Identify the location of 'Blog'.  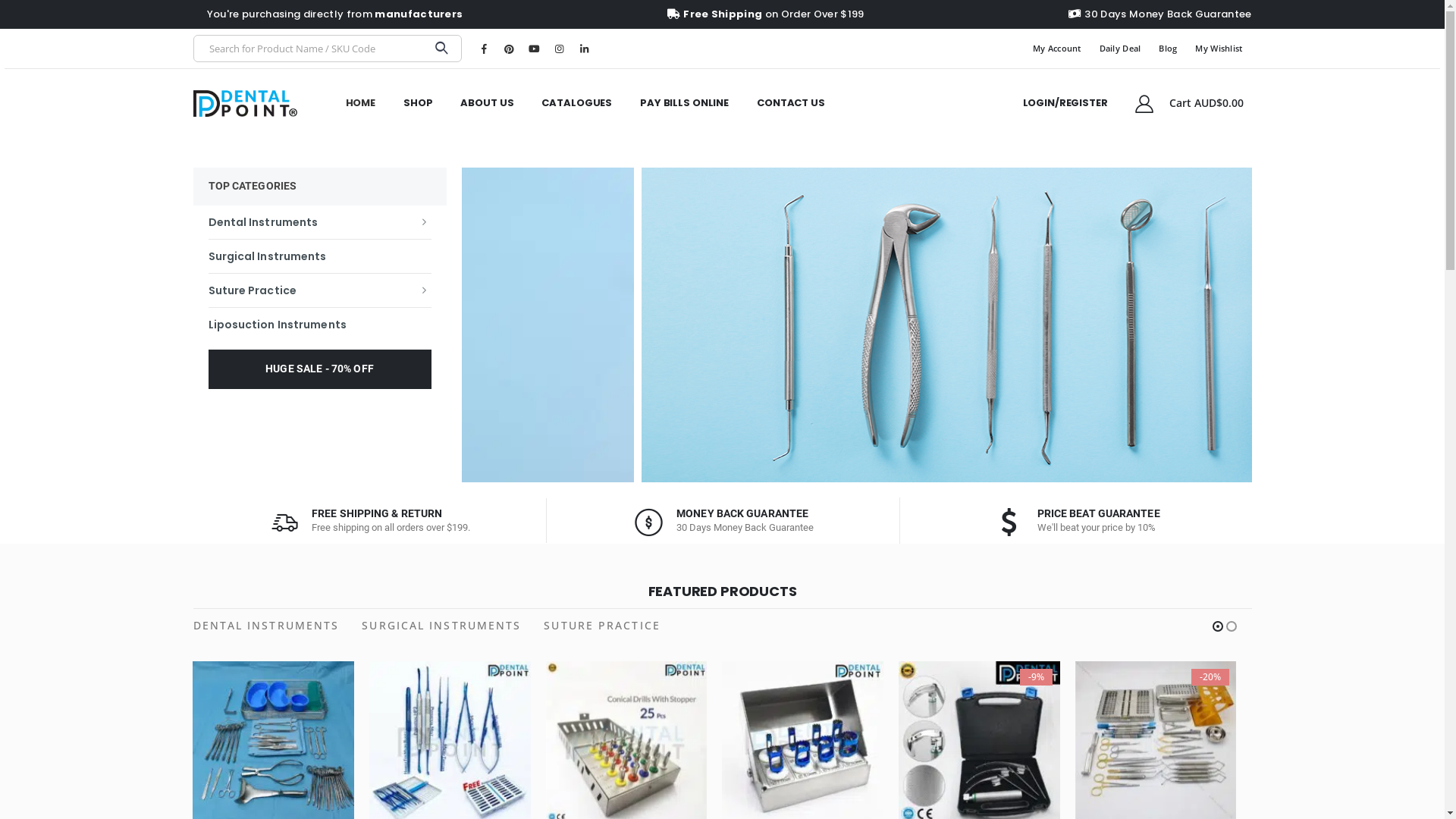
(1150, 48).